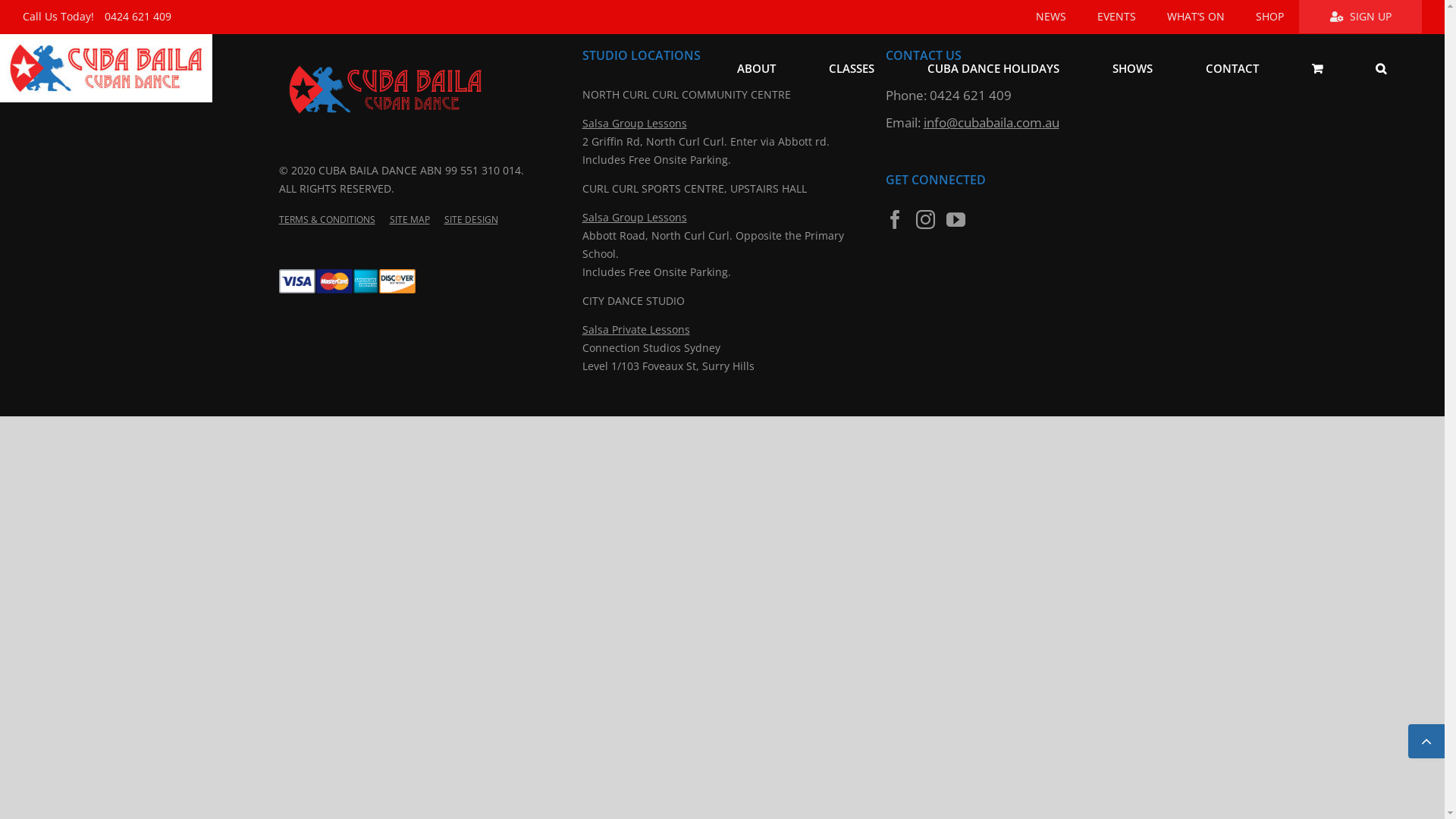 The height and width of the screenshot is (819, 1456). What do you see at coordinates (756, 67) in the screenshot?
I see `'ABOUT'` at bounding box center [756, 67].